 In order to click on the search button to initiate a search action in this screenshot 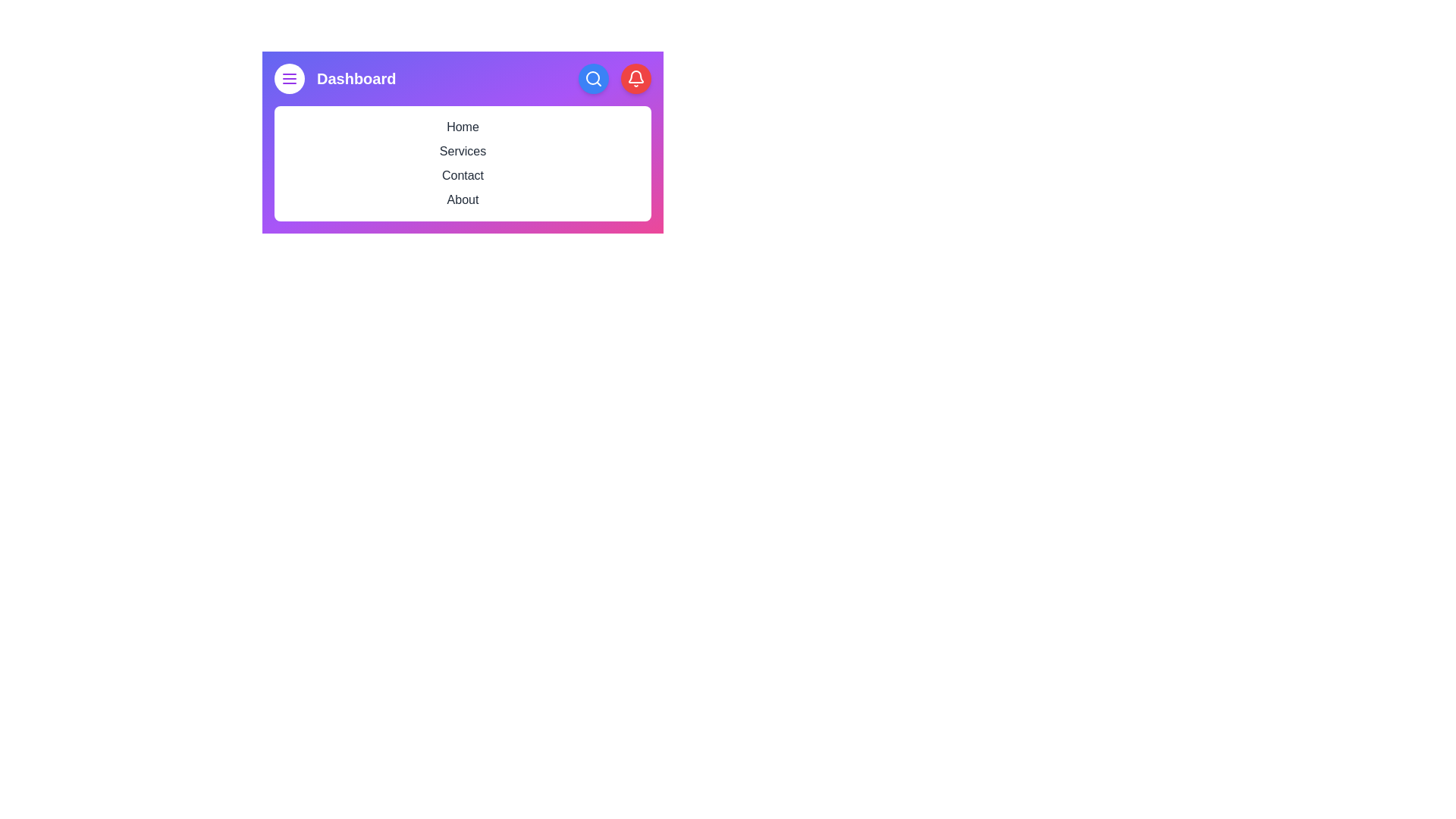, I will do `click(592, 79)`.